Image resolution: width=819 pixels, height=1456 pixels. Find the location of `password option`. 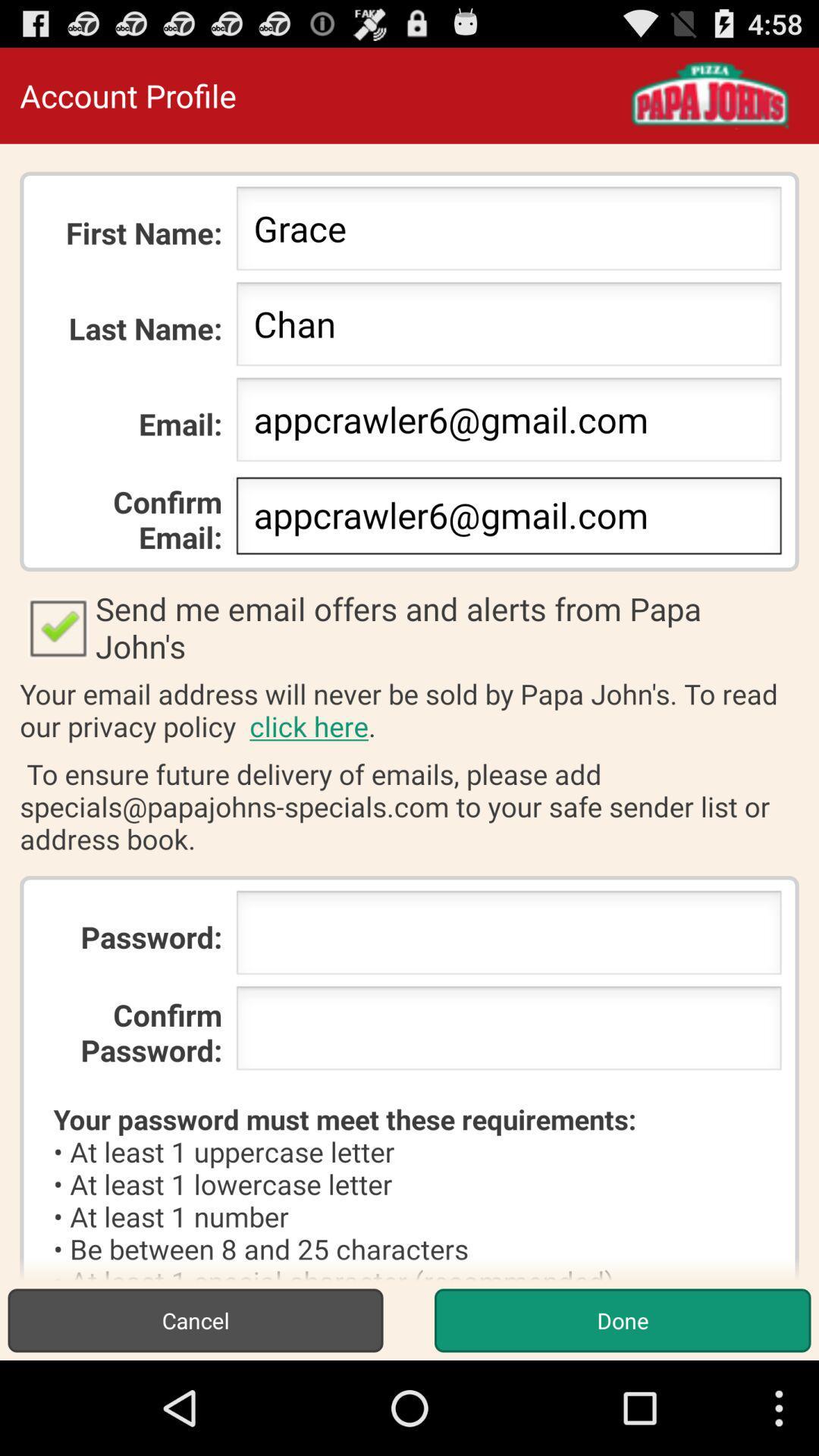

password option is located at coordinates (509, 1032).